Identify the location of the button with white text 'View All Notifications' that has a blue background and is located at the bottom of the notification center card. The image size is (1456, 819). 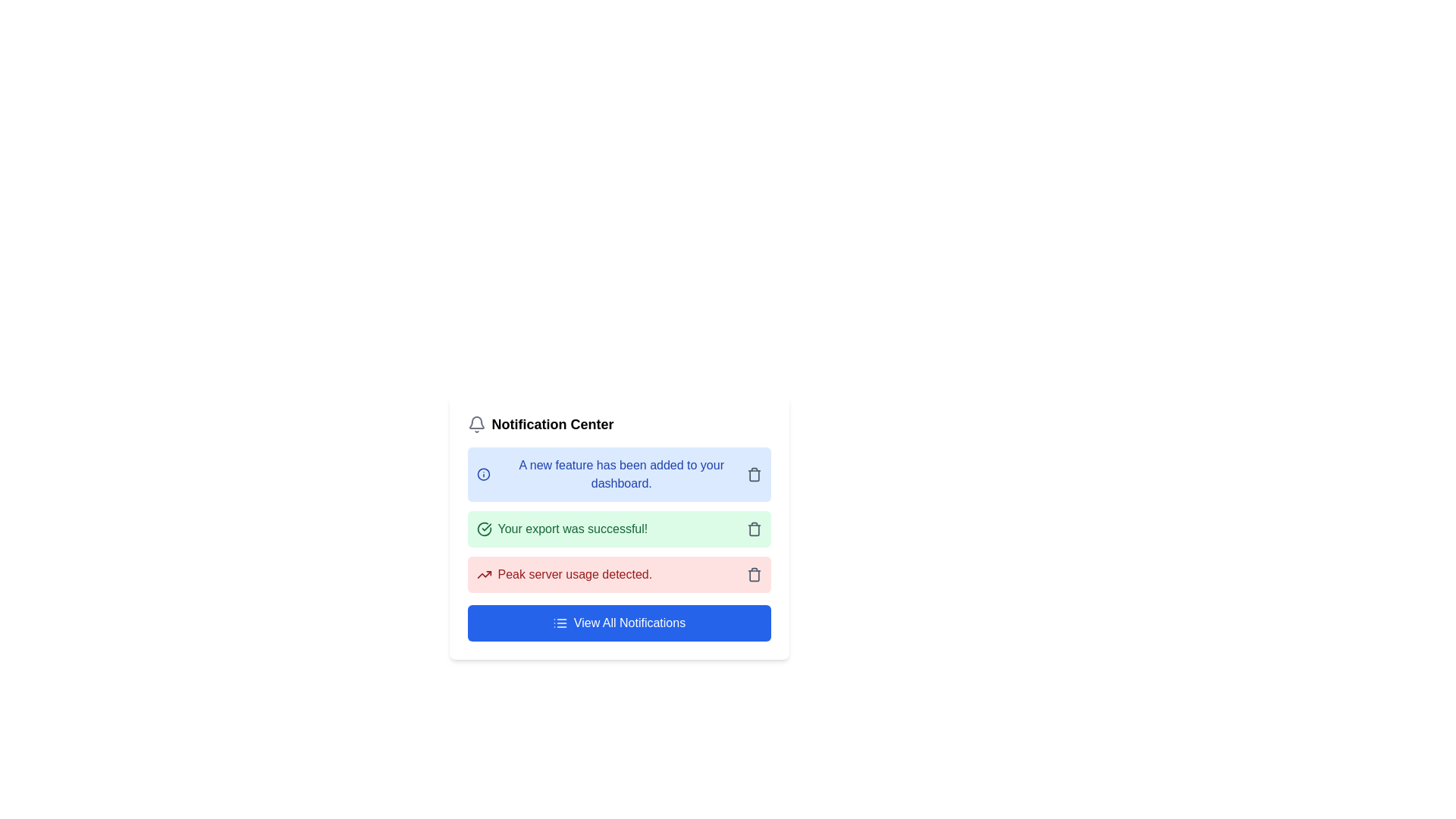
(619, 623).